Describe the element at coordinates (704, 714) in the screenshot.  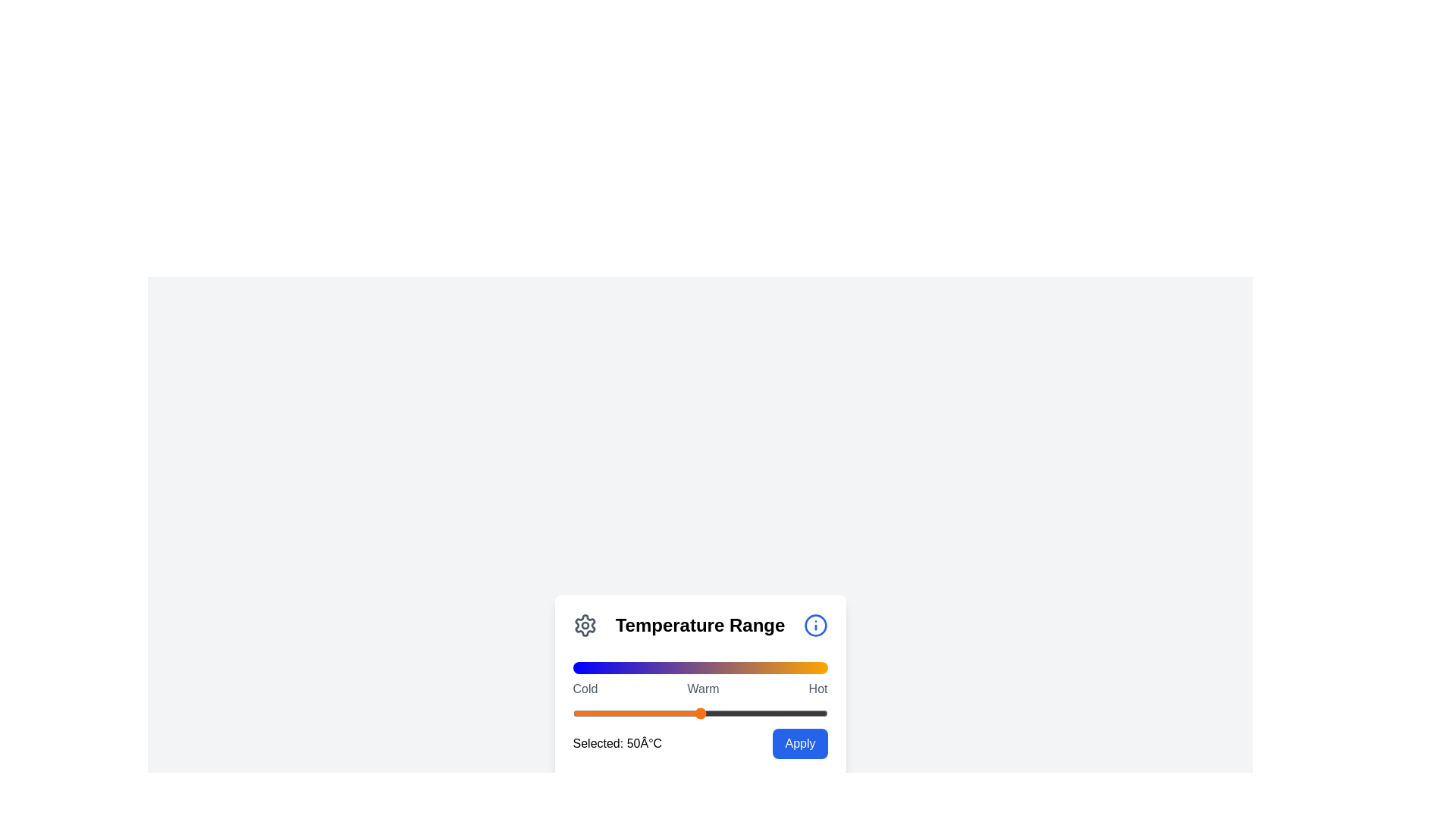
I see `the slider to set the temperature value to 52` at that location.